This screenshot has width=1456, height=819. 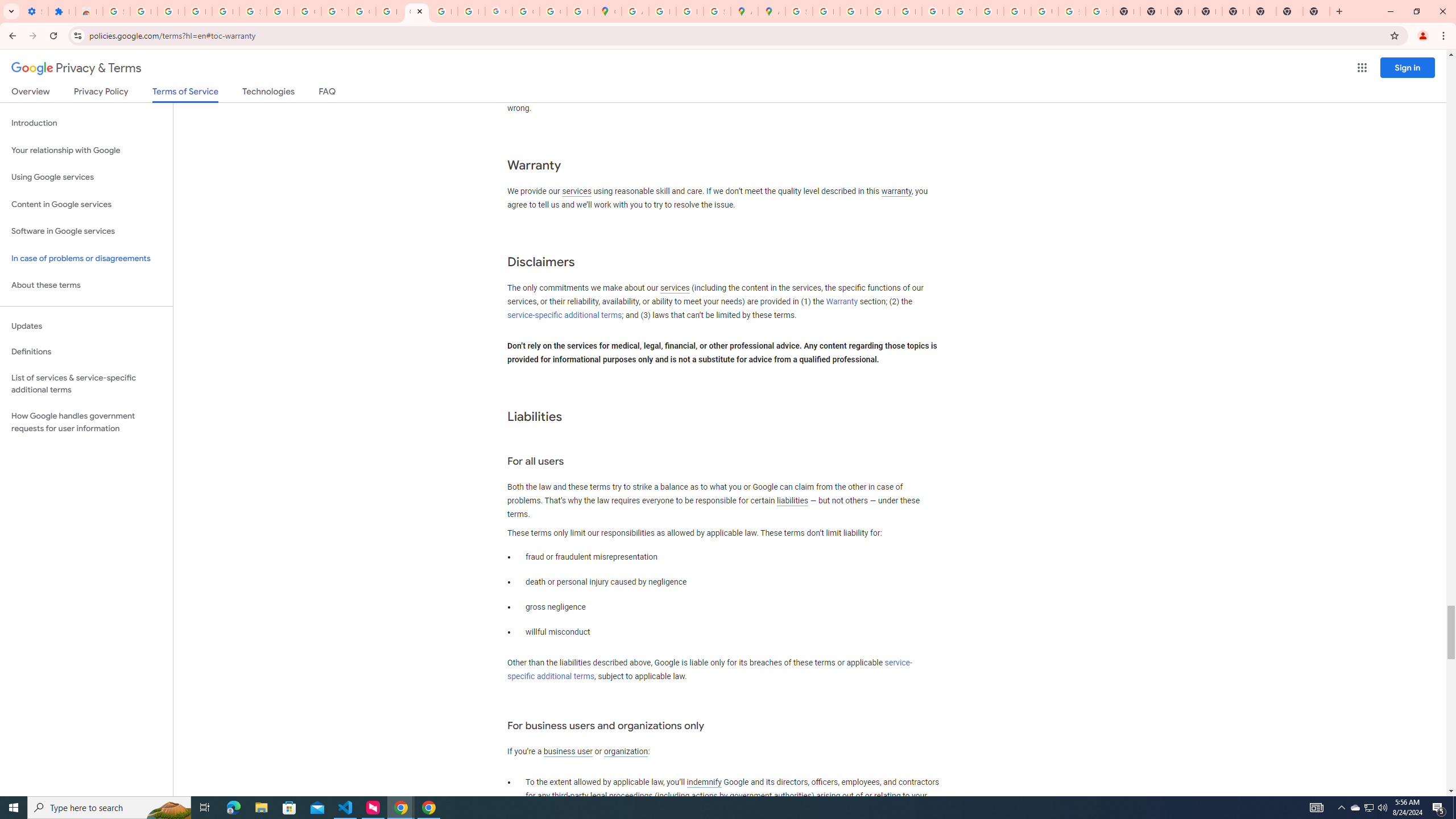 What do you see at coordinates (895, 192) in the screenshot?
I see `'warranty'` at bounding box center [895, 192].